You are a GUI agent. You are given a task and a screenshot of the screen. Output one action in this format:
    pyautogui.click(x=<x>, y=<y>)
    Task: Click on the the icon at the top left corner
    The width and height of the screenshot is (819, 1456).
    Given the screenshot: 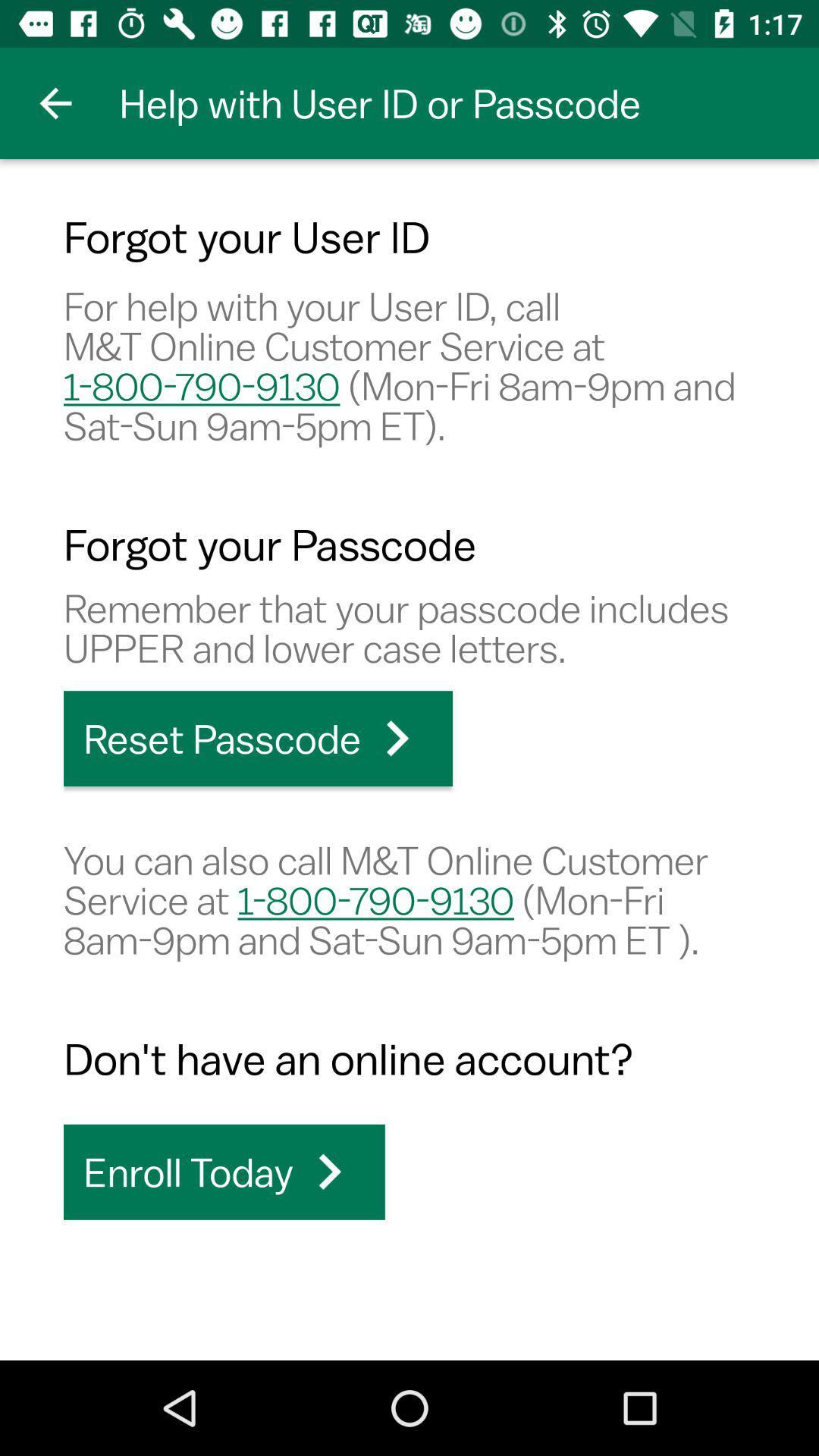 What is the action you would take?
    pyautogui.click(x=55, y=102)
    